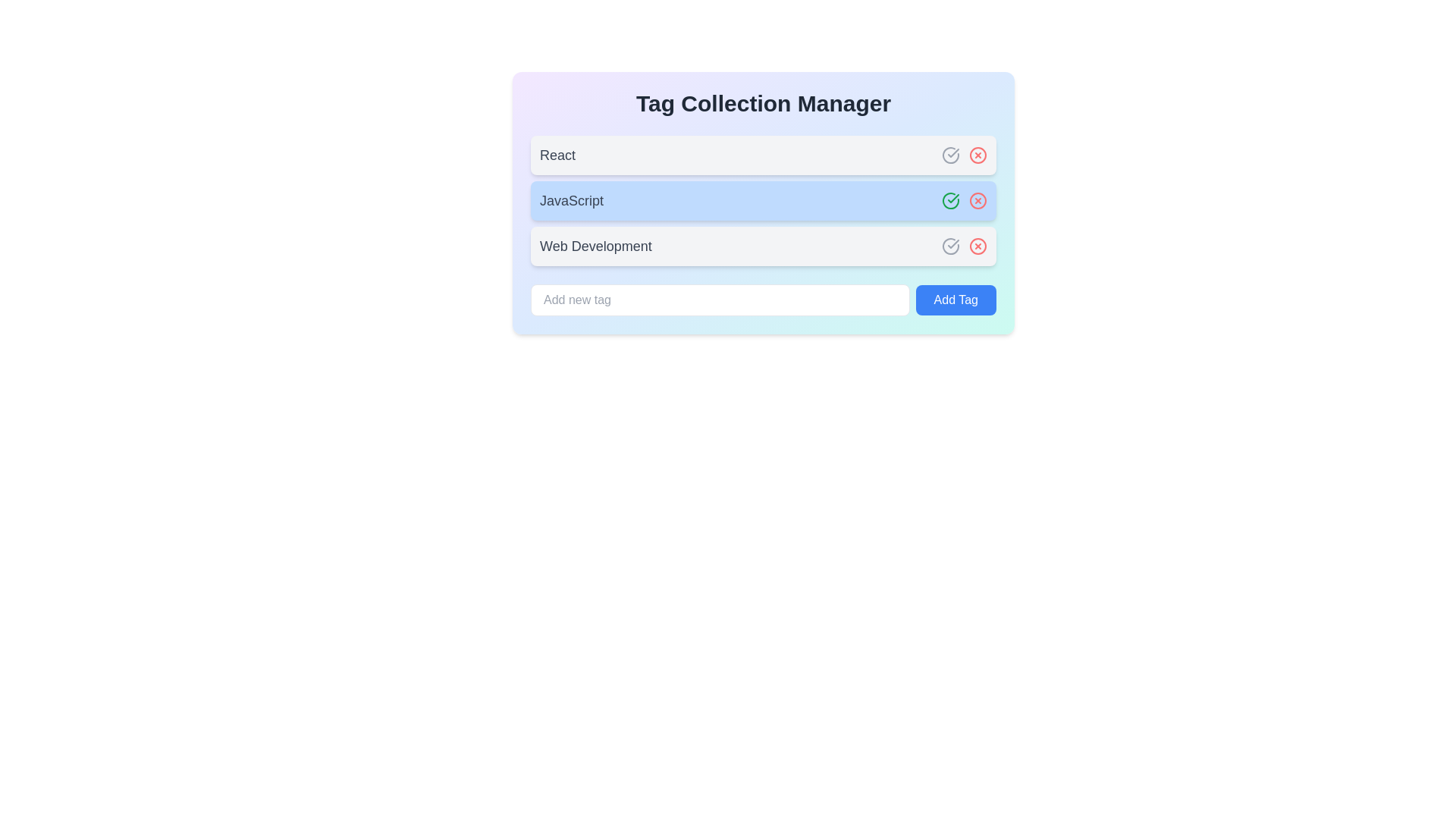  Describe the element at coordinates (978, 245) in the screenshot. I see `the delete icon located on the right side of the 'Web Development' tag` at that location.